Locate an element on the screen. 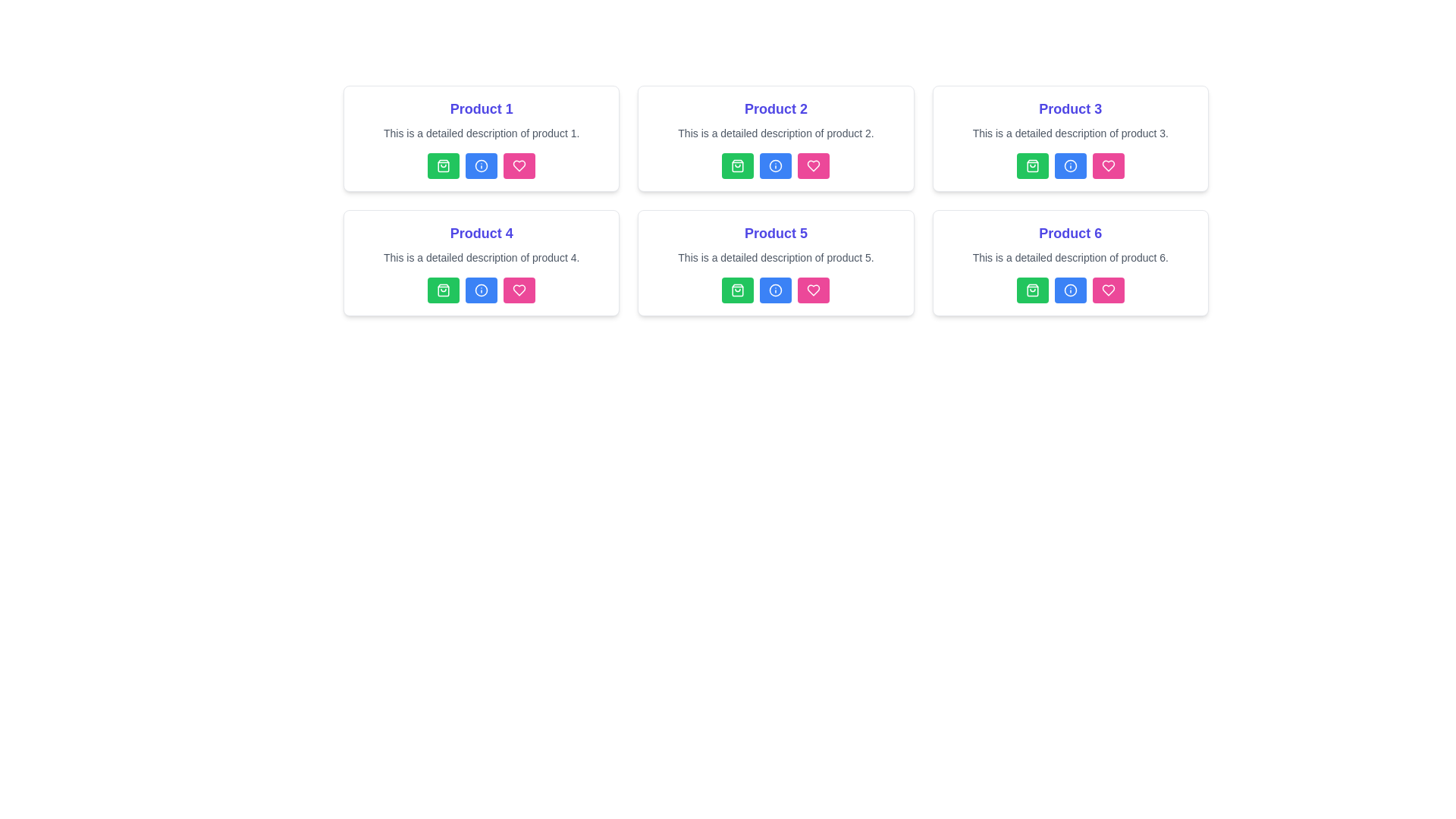 This screenshot has height=819, width=1456. the blue circular button containing the SVG graphical circle element located within the third product card in the upper row of the grid layout is located at coordinates (1069, 166).